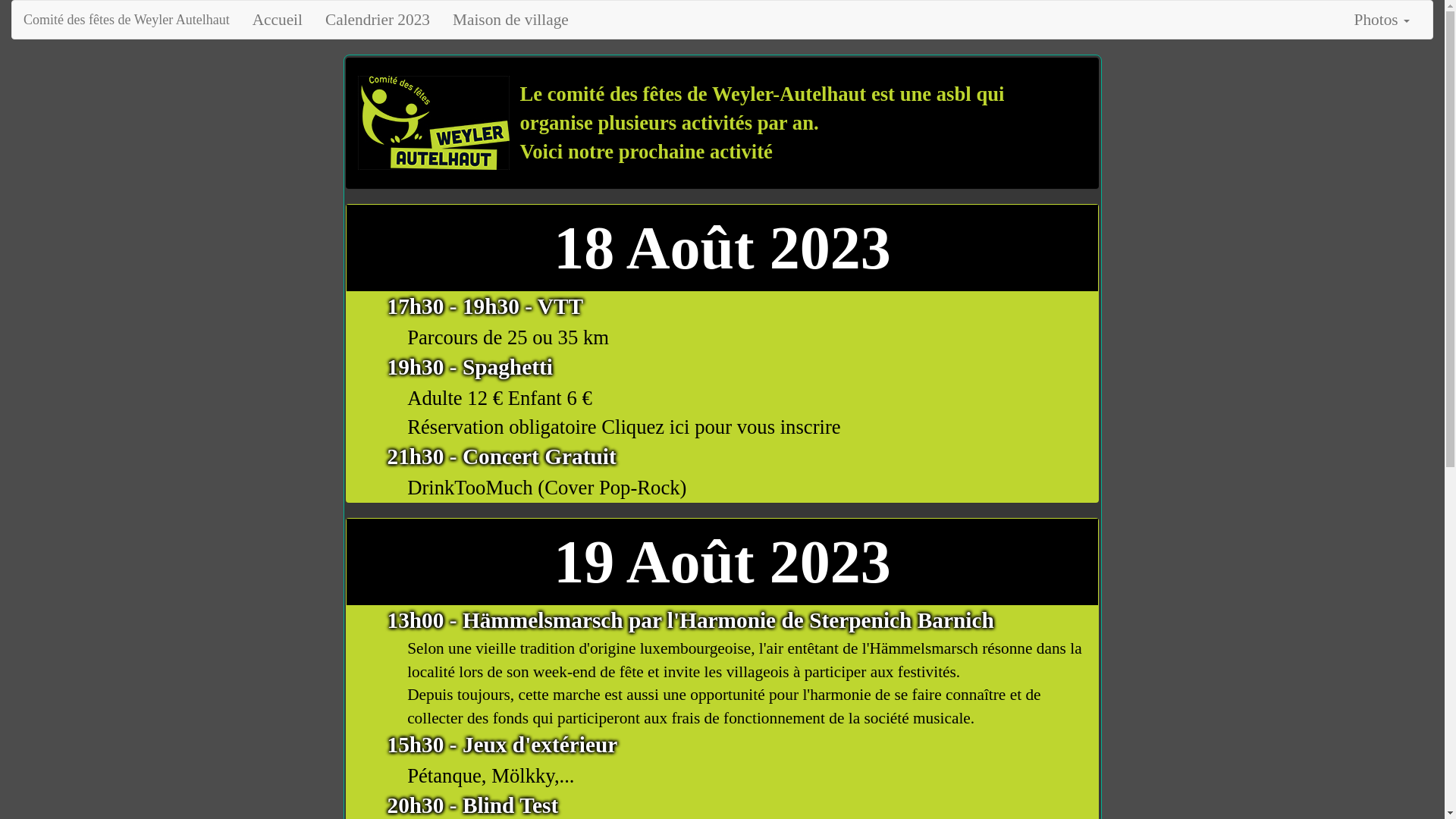  Describe the element at coordinates (510, 20) in the screenshot. I see `'Maison de village'` at that location.